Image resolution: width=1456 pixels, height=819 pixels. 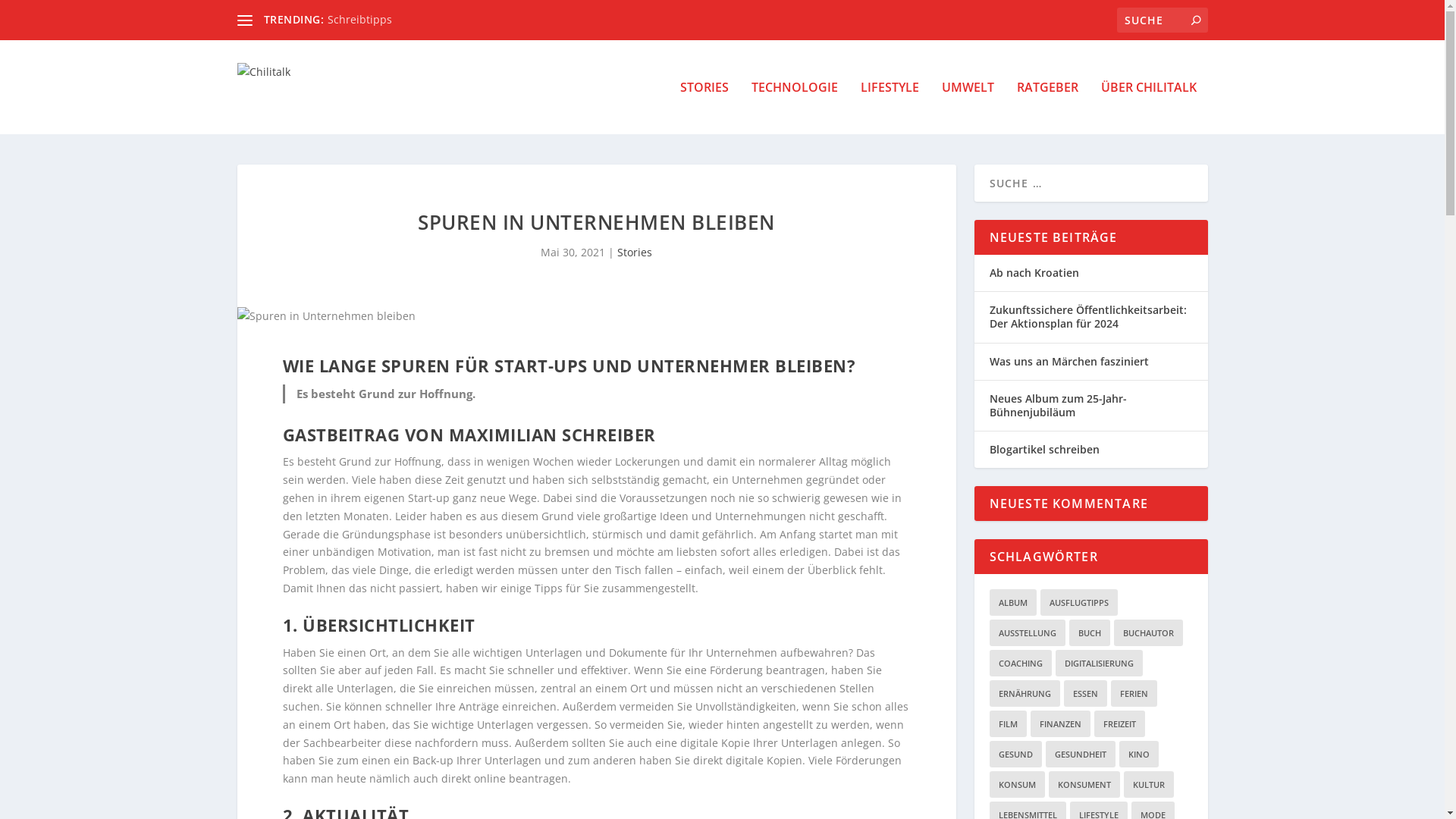 I want to click on 'Schreibtipps', so click(x=327, y=19).